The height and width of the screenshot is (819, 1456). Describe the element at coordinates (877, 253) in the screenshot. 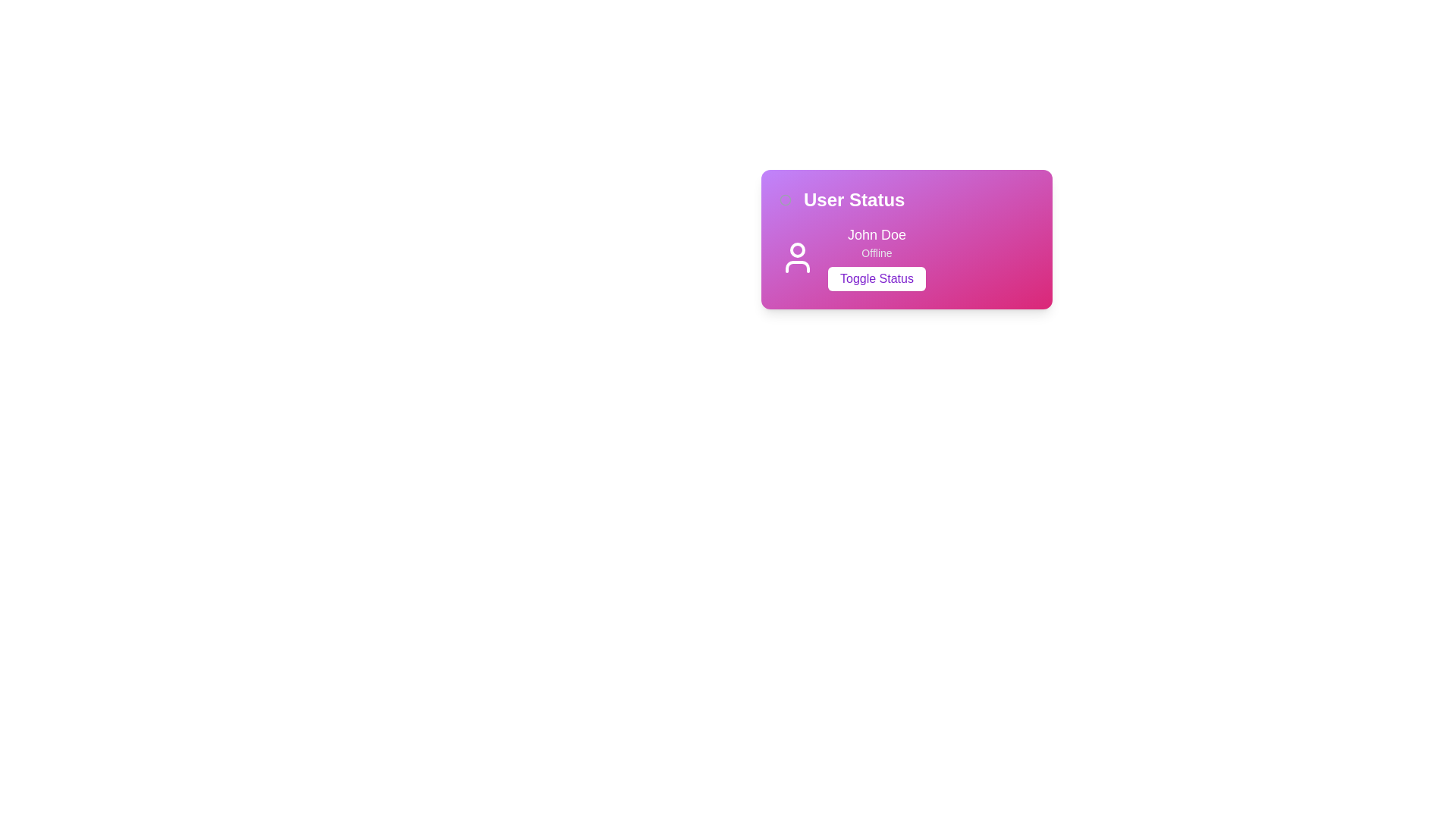

I see `the 'offline' status text label indicating John Doe's status, which is located in the User Status purple gradient card` at that location.